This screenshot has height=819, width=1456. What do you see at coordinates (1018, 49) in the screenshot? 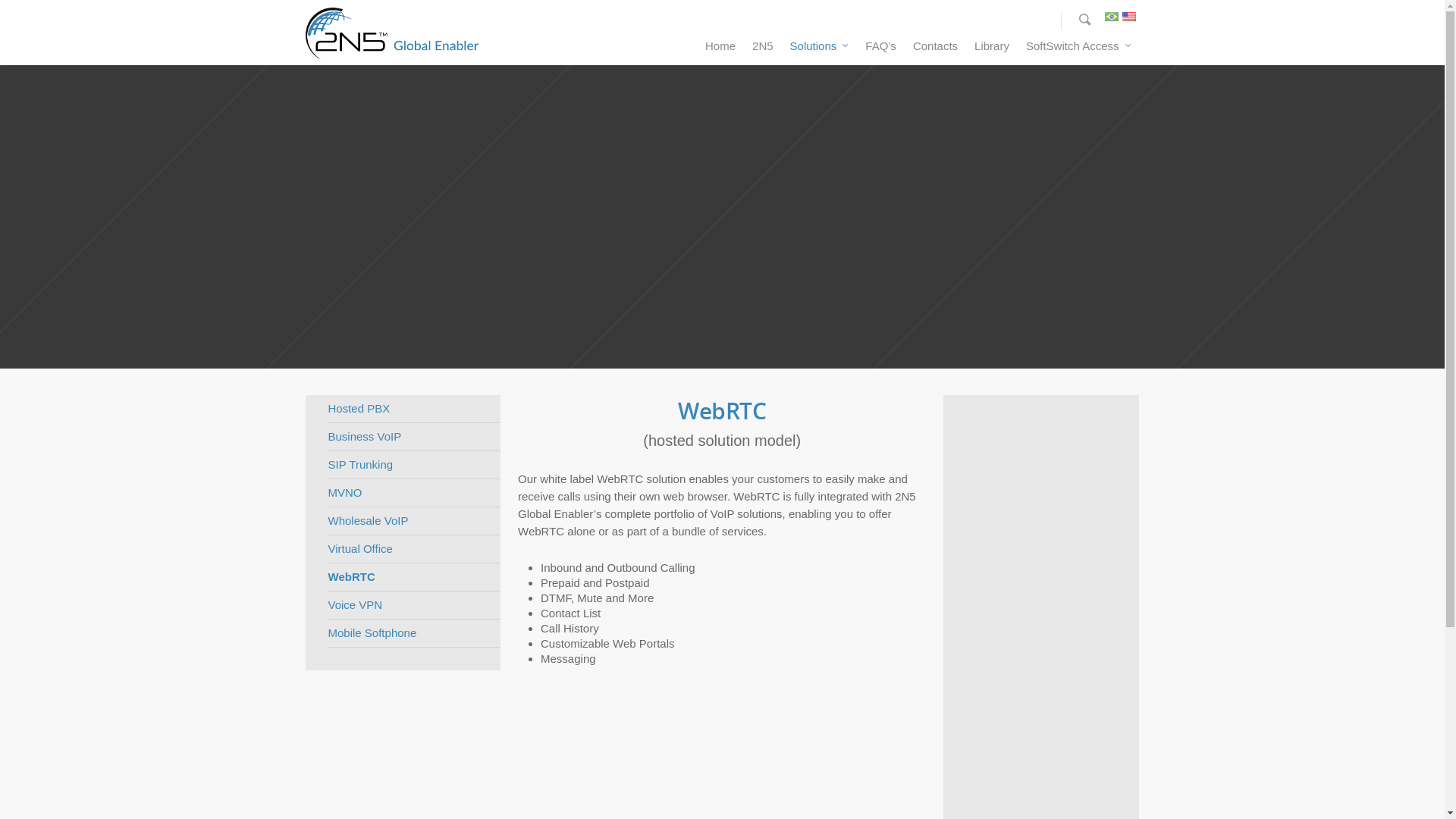
I see `'SoftSwitch Access'` at bounding box center [1018, 49].